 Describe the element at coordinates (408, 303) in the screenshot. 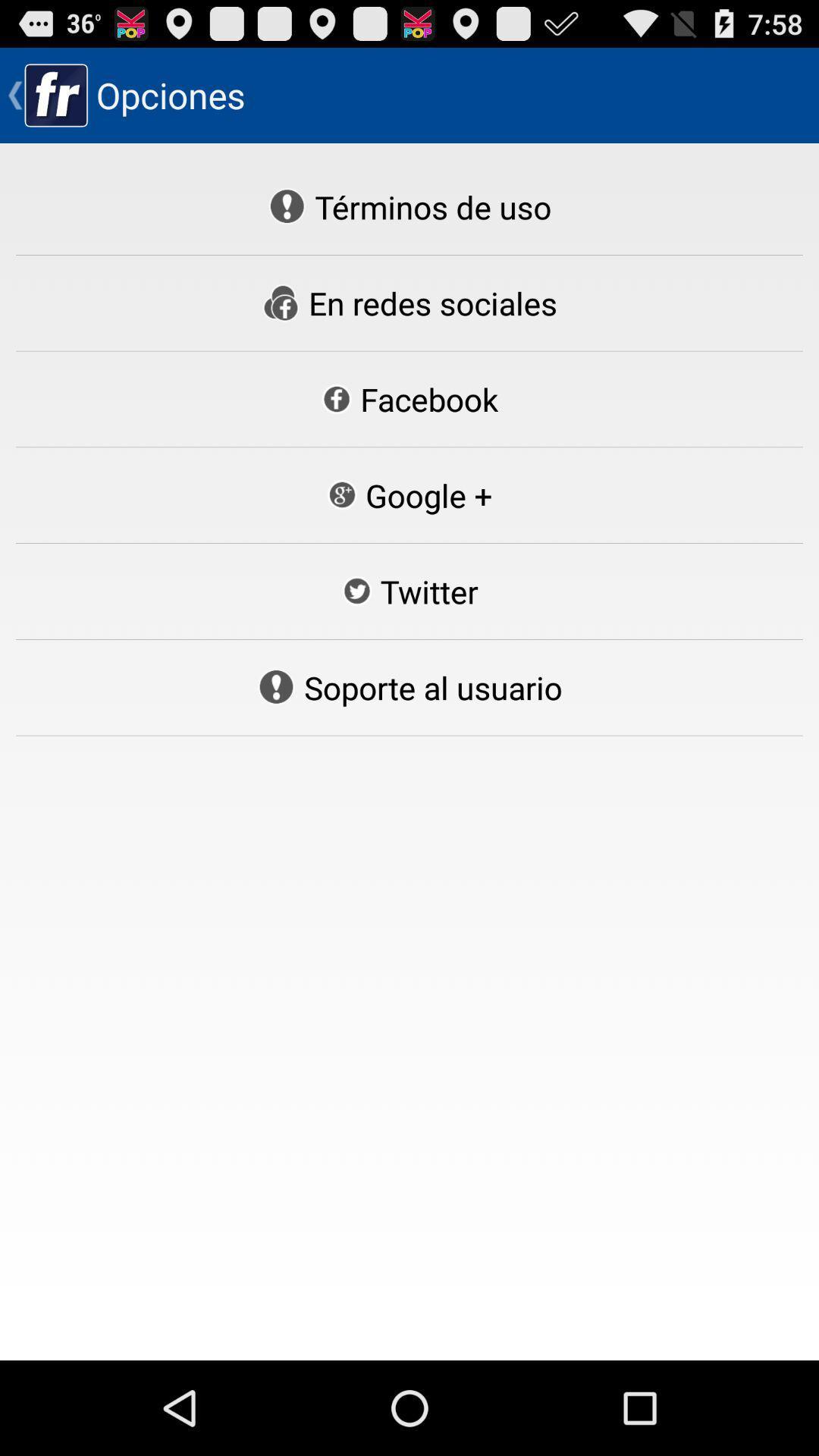

I see `the en redes sociales button` at that location.